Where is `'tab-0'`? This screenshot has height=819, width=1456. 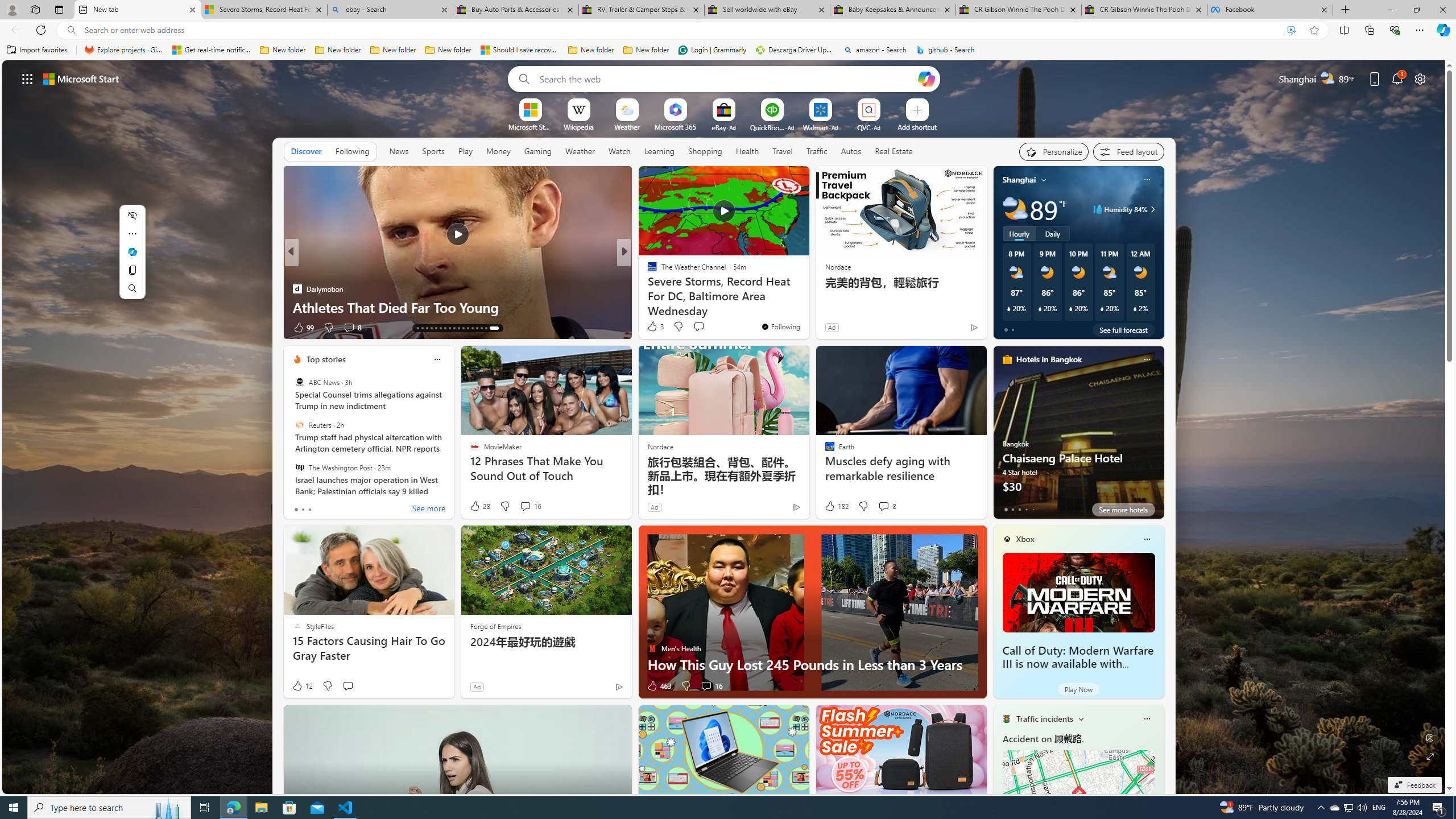
'tab-0' is located at coordinates (1004, 509).